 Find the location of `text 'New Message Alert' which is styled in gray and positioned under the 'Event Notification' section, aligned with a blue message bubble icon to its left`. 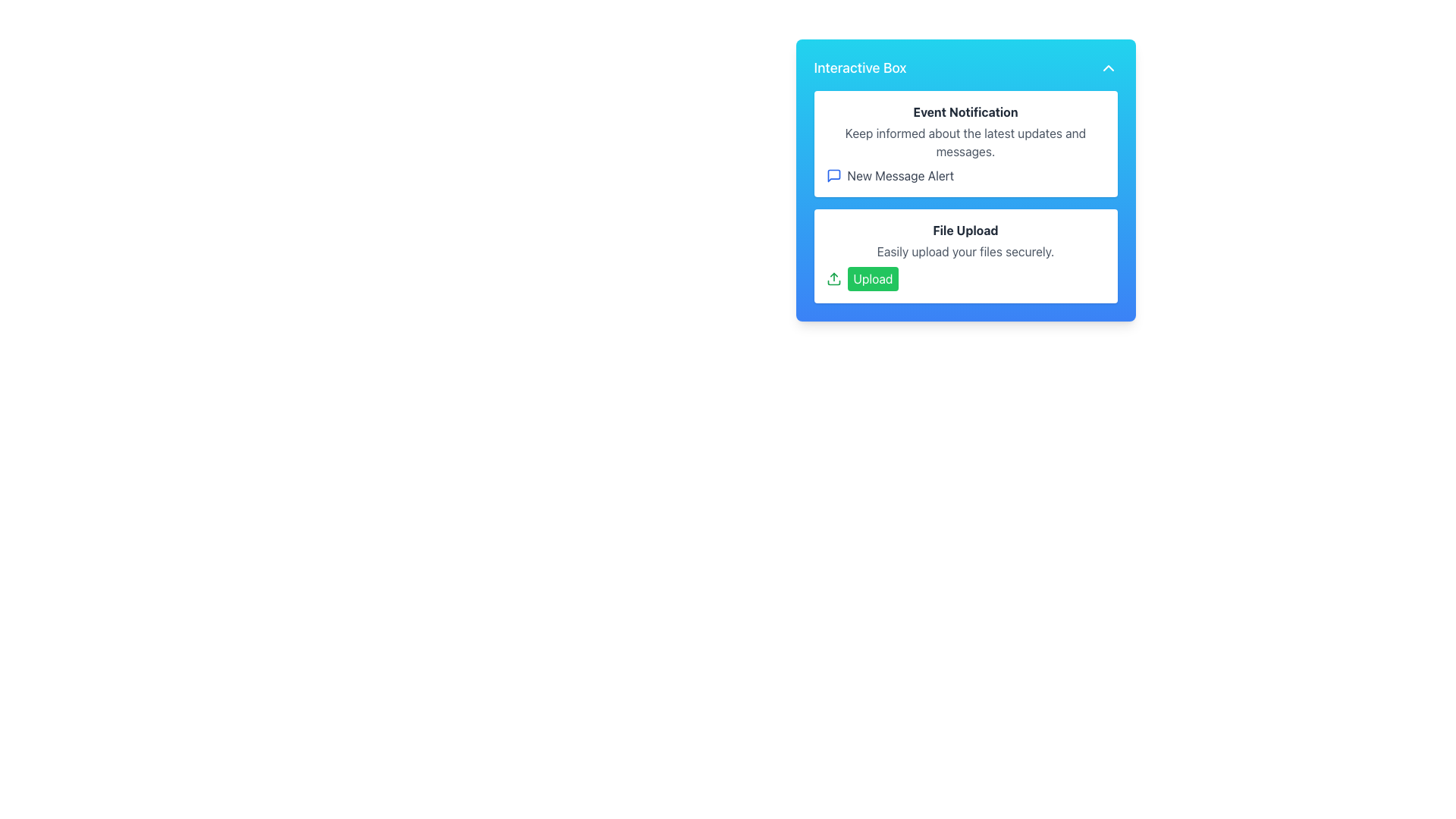

text 'New Message Alert' which is styled in gray and positioned under the 'Event Notification' section, aligned with a blue message bubble icon to its left is located at coordinates (900, 174).